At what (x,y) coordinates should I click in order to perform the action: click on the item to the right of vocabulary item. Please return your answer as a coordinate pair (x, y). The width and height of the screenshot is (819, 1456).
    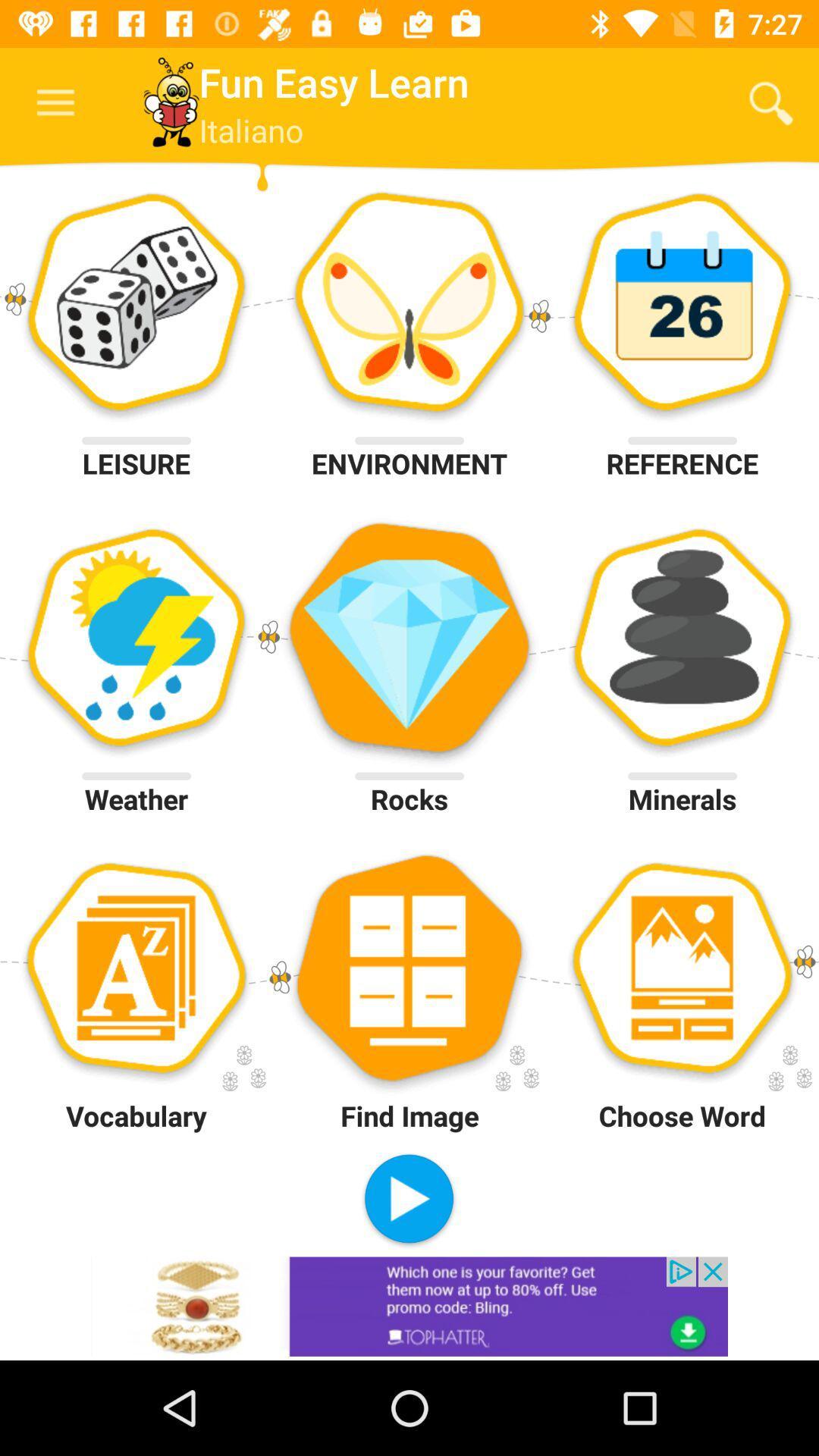
    Looking at the image, I should click on (408, 1200).